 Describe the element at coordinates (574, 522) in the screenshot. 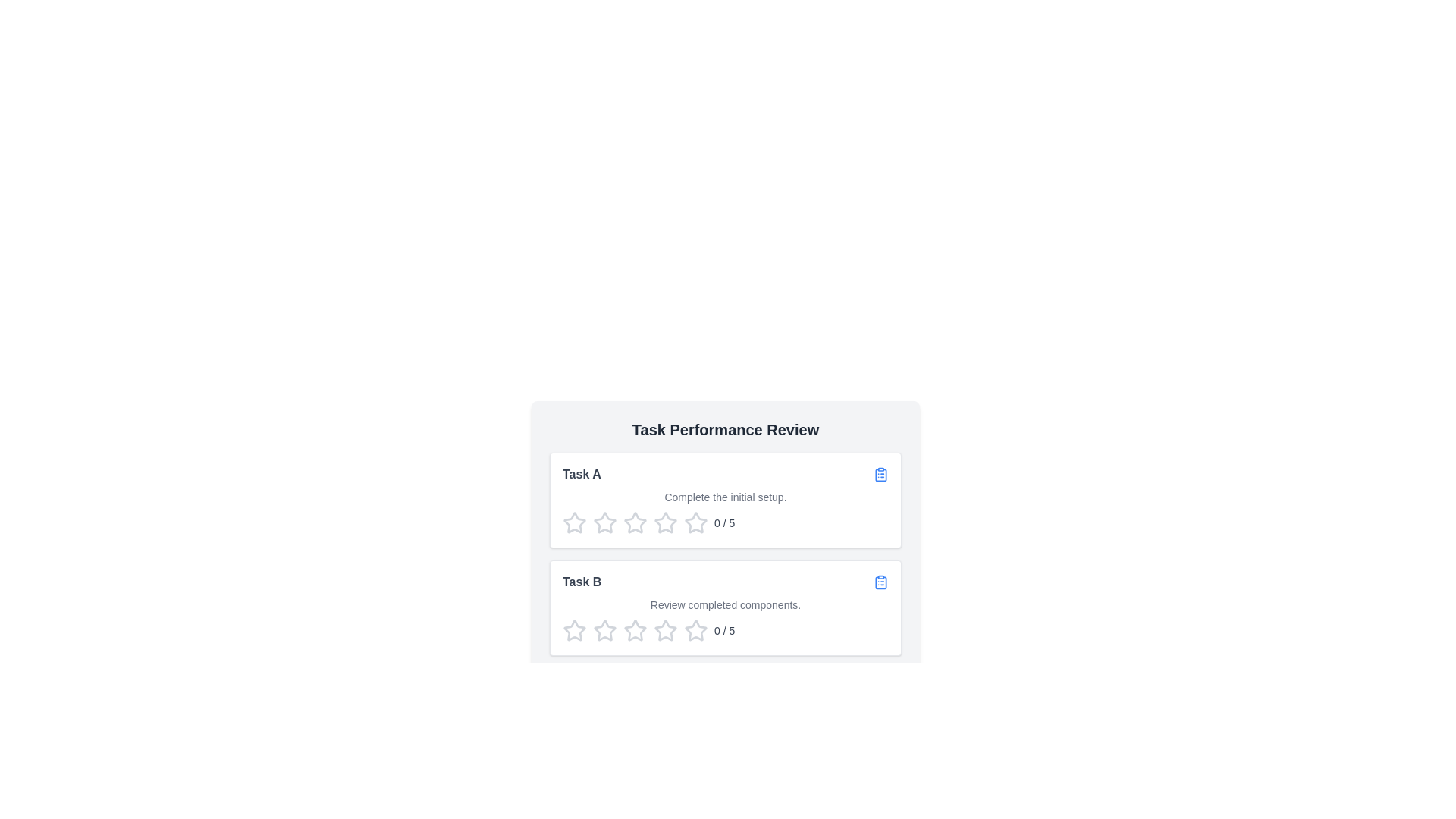

I see `the first star-shaped rating icon under the label 'Task A' in the performance review card` at that location.